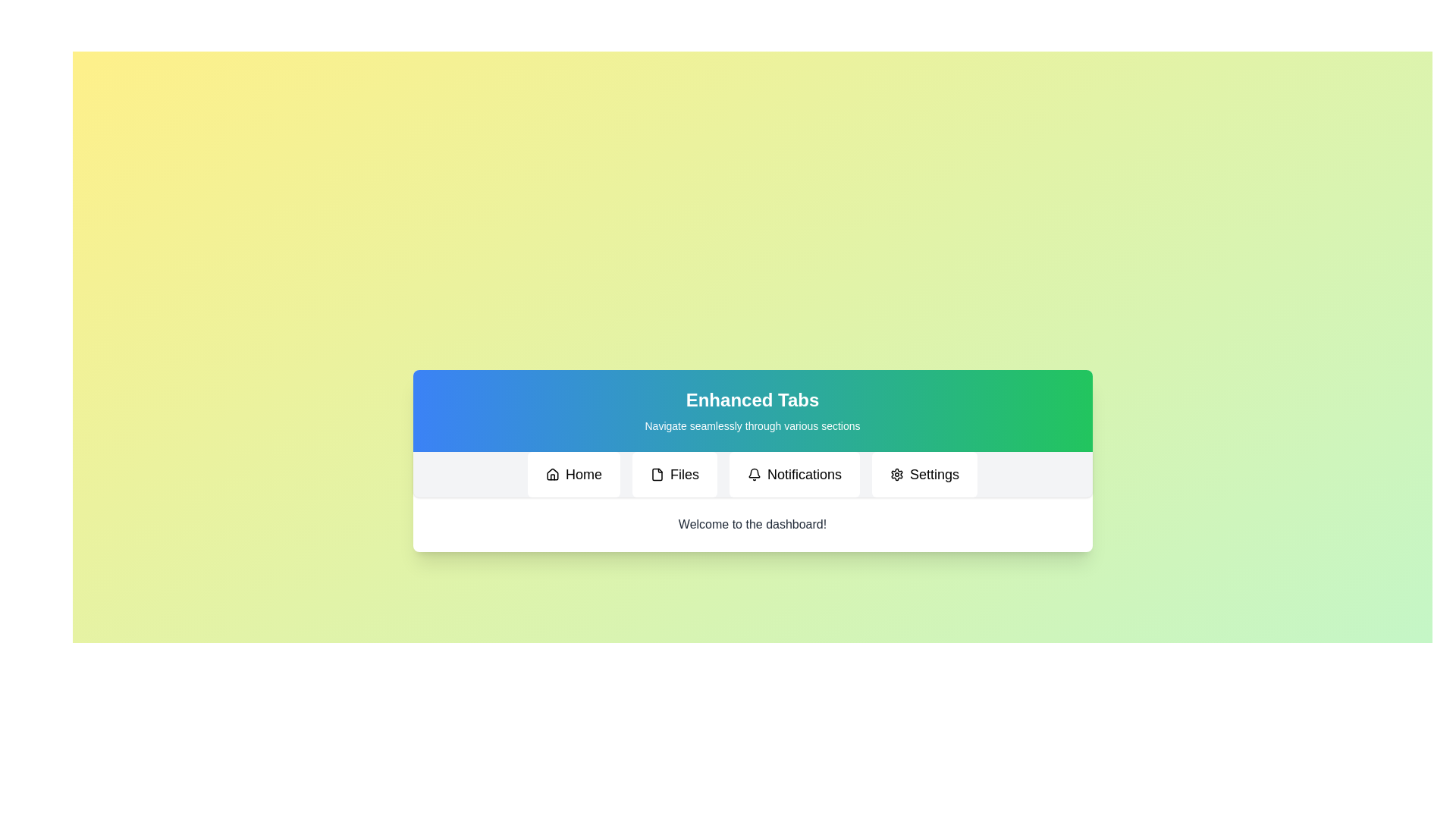 This screenshot has width=1456, height=819. I want to click on the Interactive tab button, which is the second tab in the horizontal navigation bar, so click(673, 473).